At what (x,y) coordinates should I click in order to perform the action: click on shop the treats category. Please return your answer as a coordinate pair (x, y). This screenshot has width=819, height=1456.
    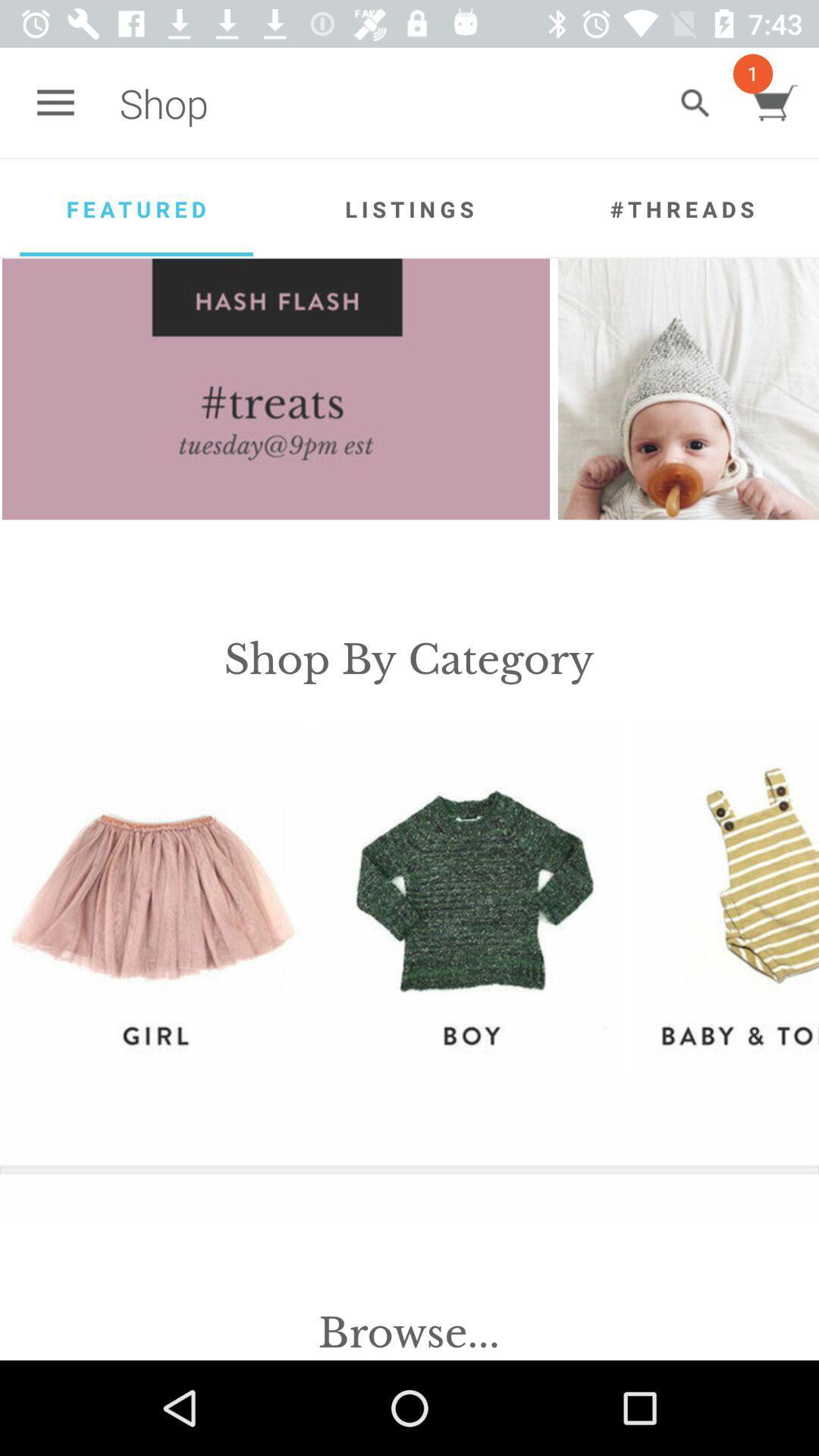
    Looking at the image, I should click on (276, 389).